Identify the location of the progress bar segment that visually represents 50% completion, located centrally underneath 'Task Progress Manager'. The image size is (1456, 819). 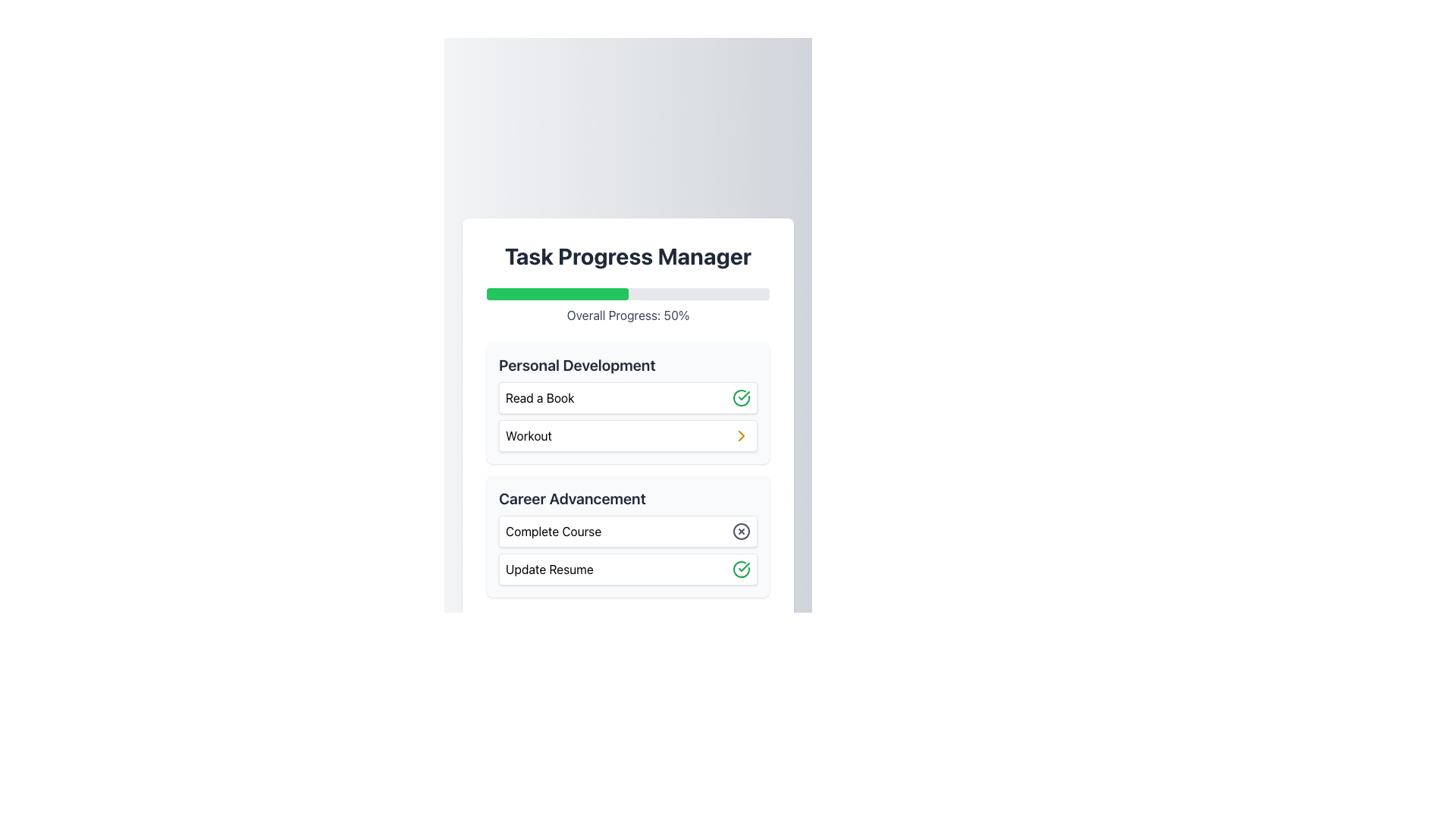
(557, 294).